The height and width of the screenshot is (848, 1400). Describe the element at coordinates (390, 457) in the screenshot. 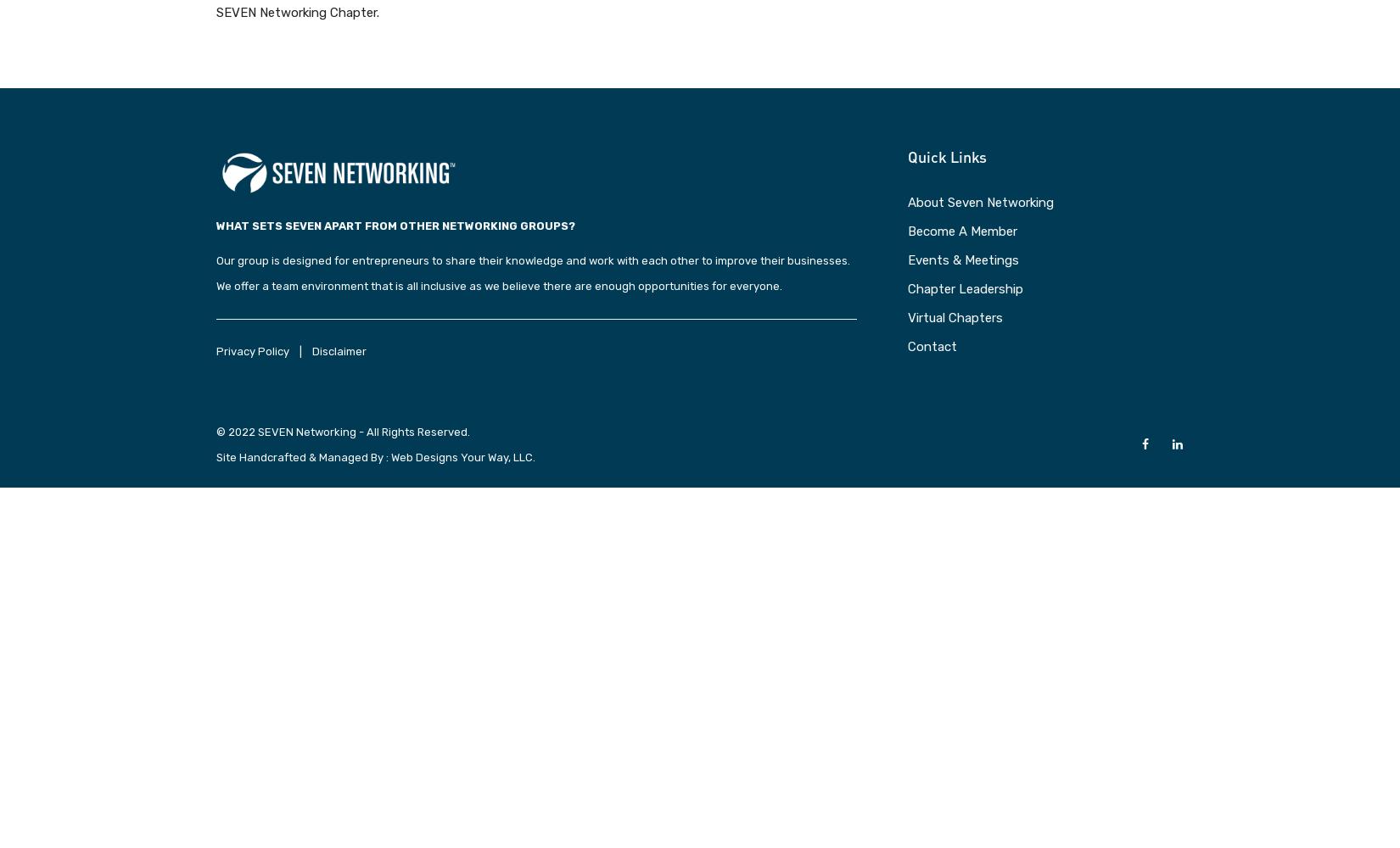

I see `'Web Designs Your Way, LLC.'` at that location.